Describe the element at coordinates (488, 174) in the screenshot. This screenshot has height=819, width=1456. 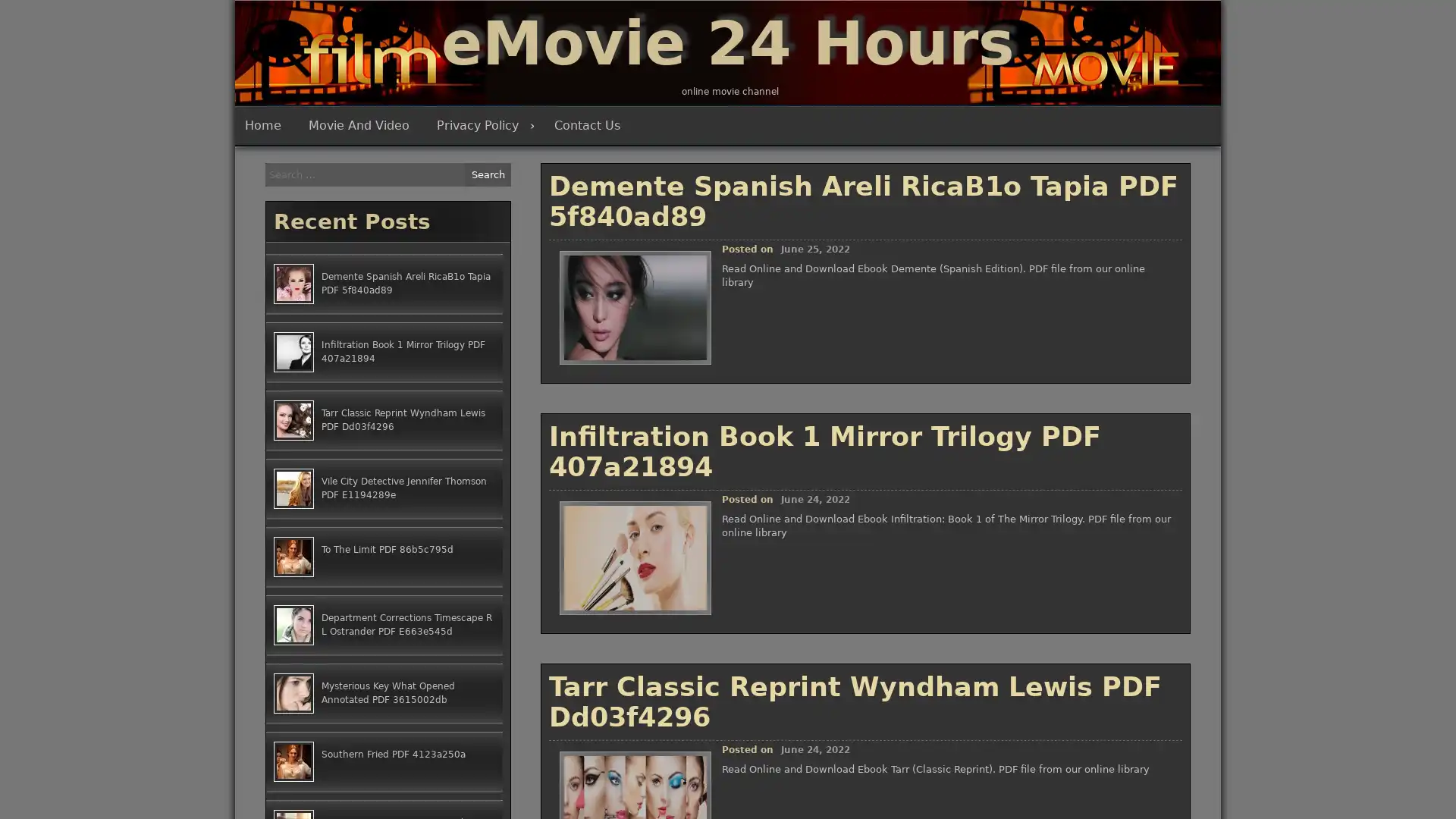
I see `Search` at that location.